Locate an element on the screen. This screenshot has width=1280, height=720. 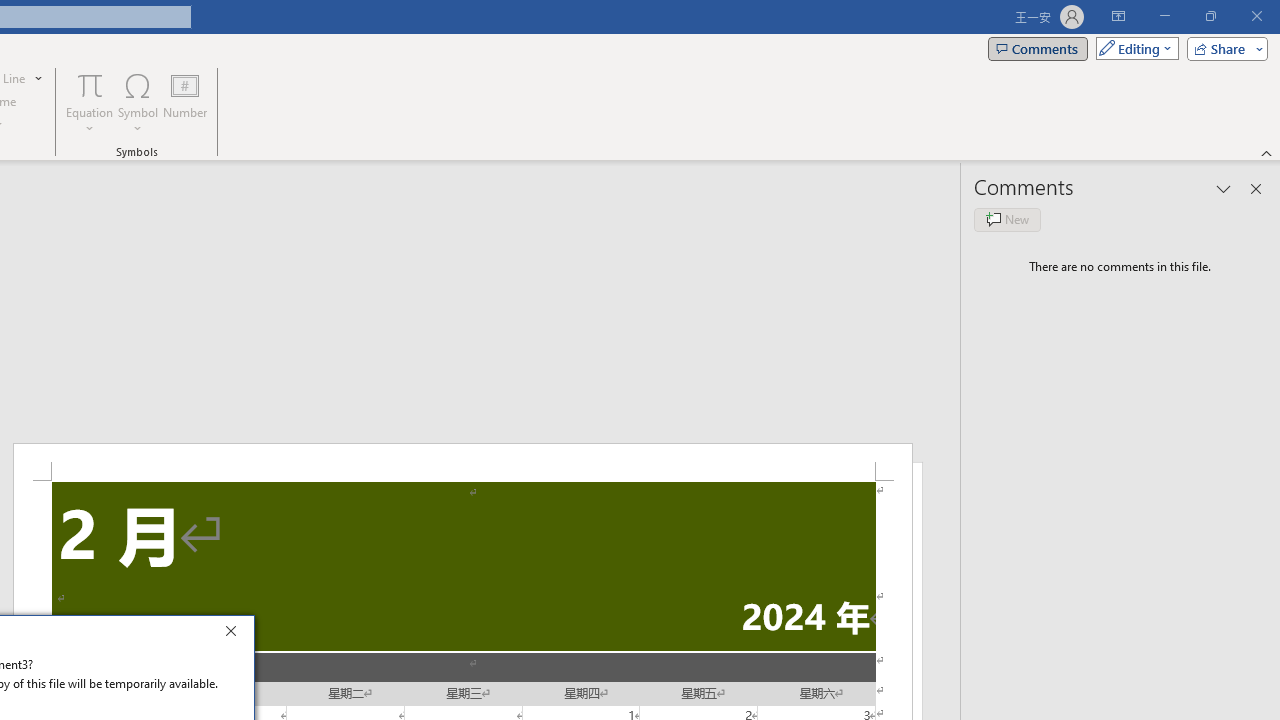
'Ribbon Display Options' is located at coordinates (1117, 16).